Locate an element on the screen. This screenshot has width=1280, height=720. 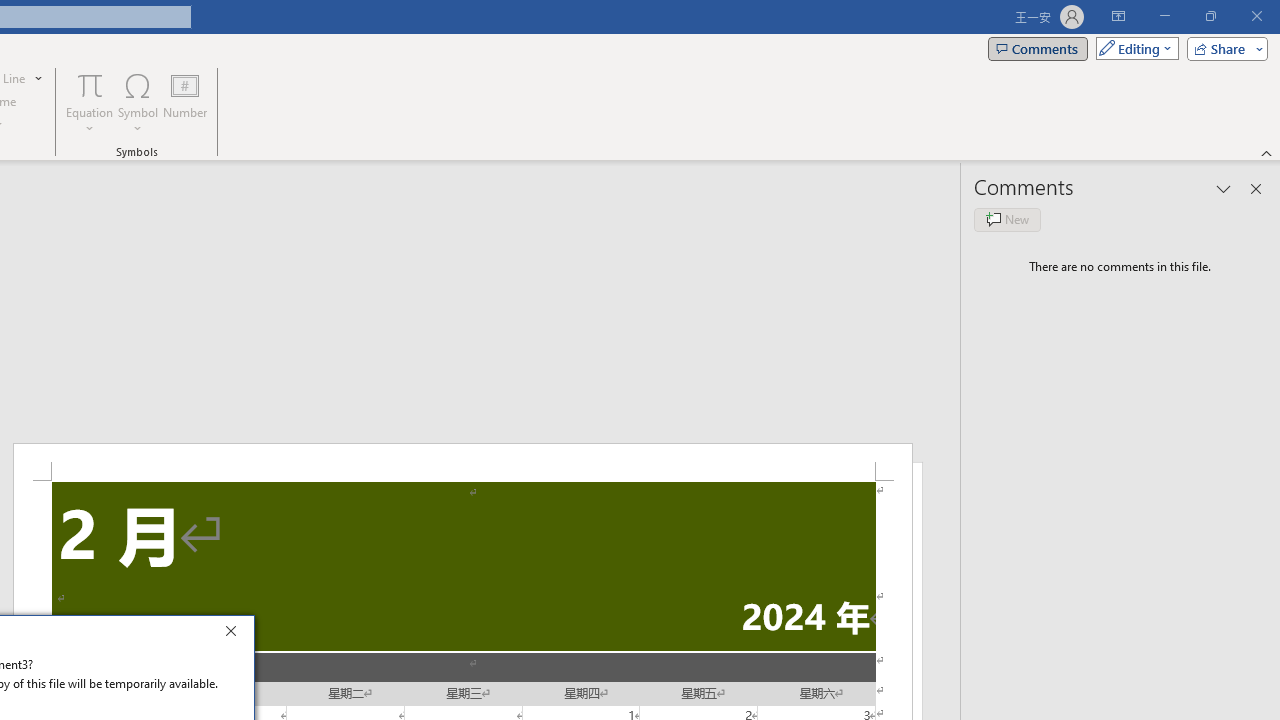
'Ribbon Display Options' is located at coordinates (1117, 16).